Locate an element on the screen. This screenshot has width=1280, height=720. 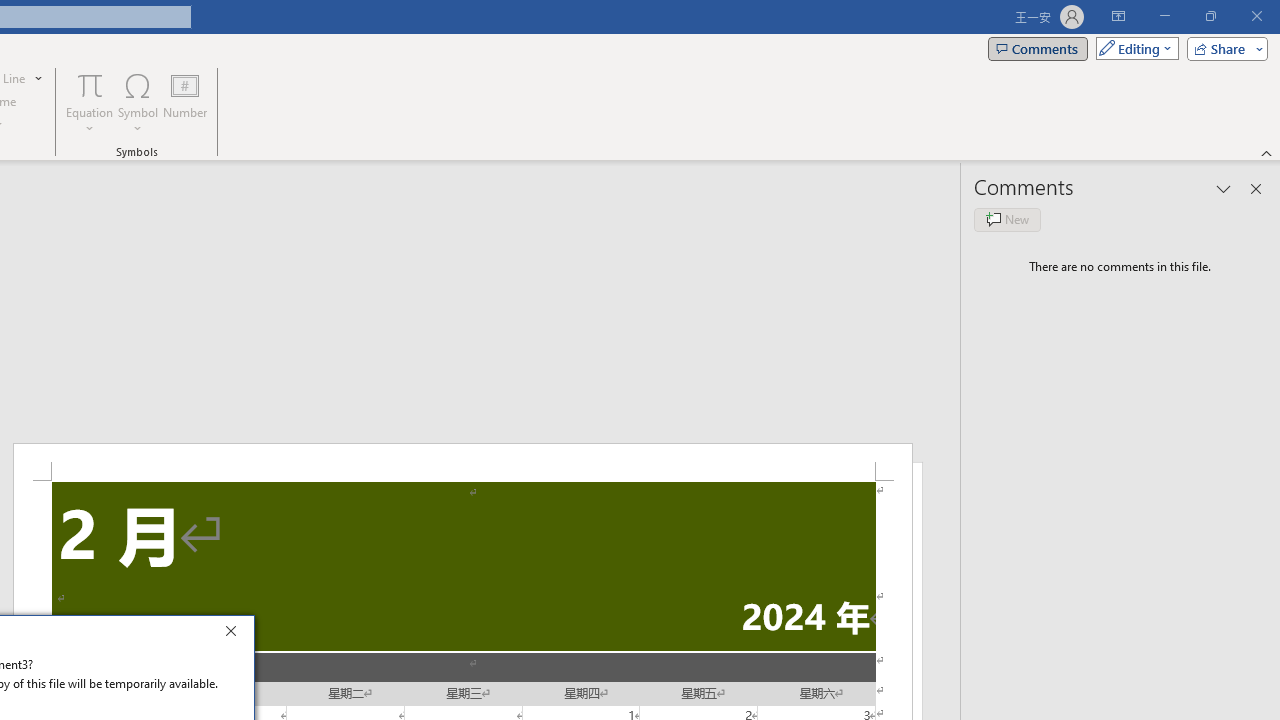
'Ribbon Display Options' is located at coordinates (1117, 16).